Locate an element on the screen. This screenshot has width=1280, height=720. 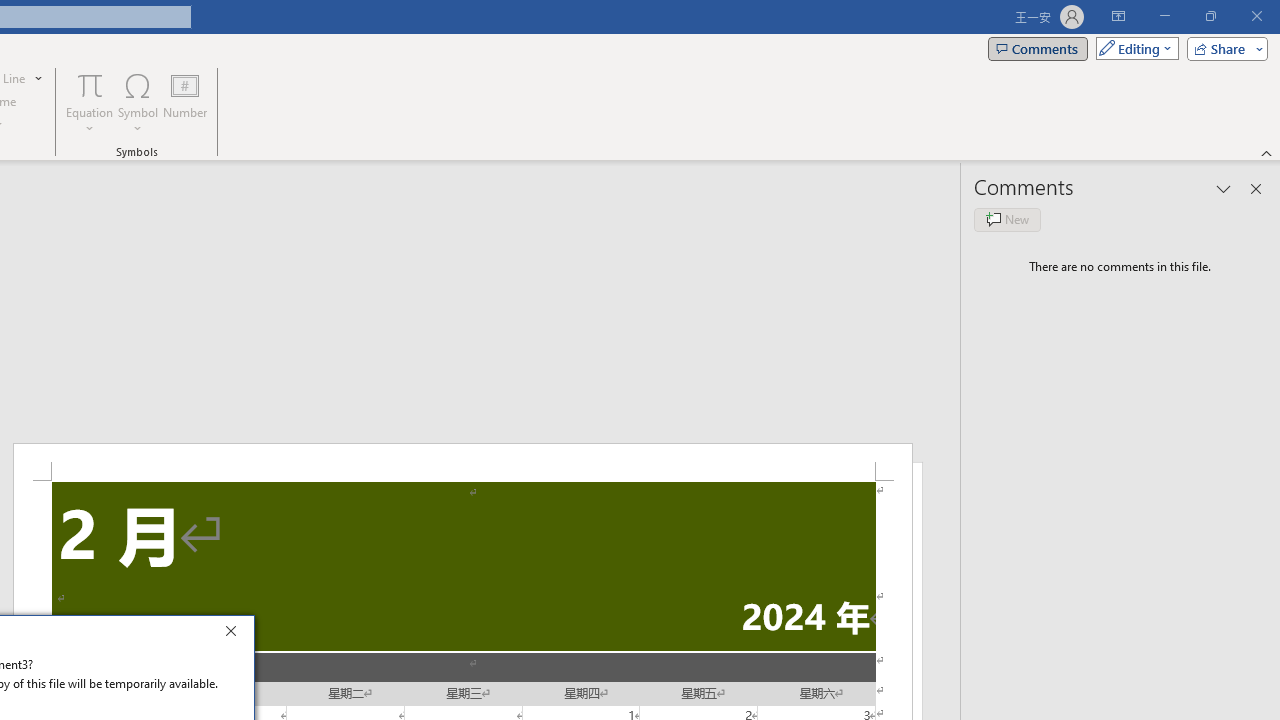
'Ribbon Display Options' is located at coordinates (1117, 16).